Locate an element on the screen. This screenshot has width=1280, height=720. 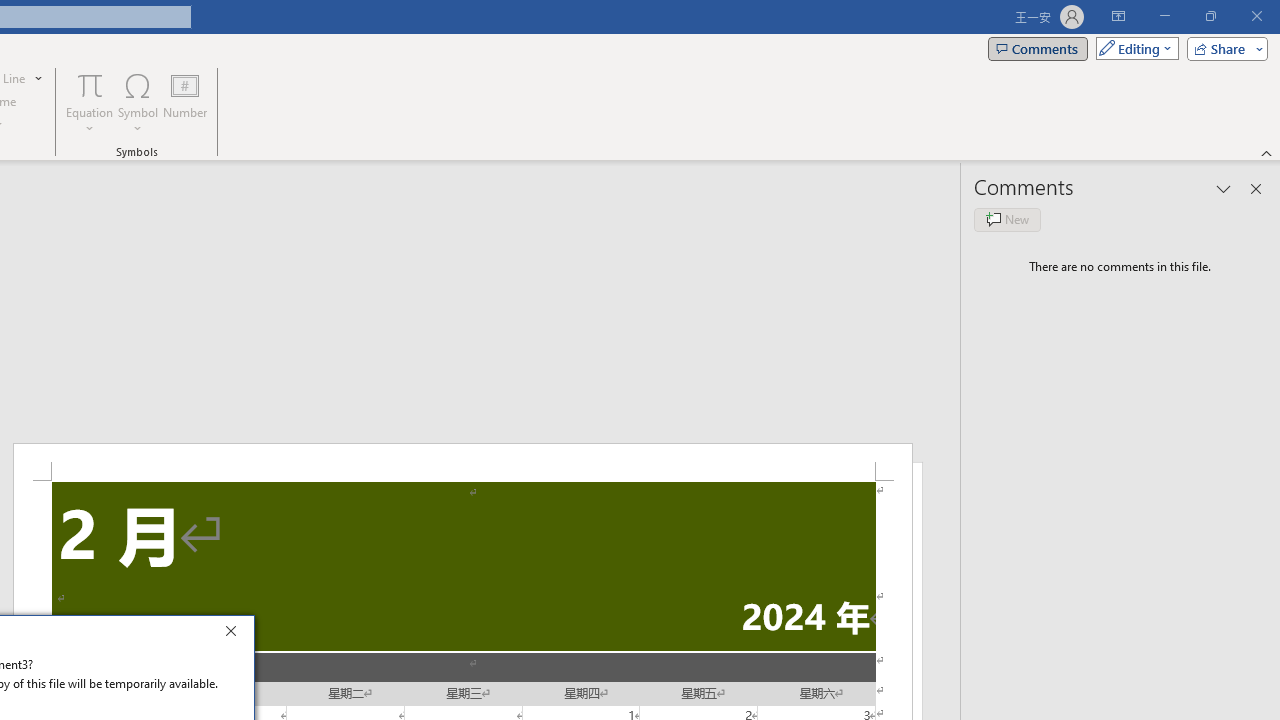
'Ribbon Display Options' is located at coordinates (1117, 16).